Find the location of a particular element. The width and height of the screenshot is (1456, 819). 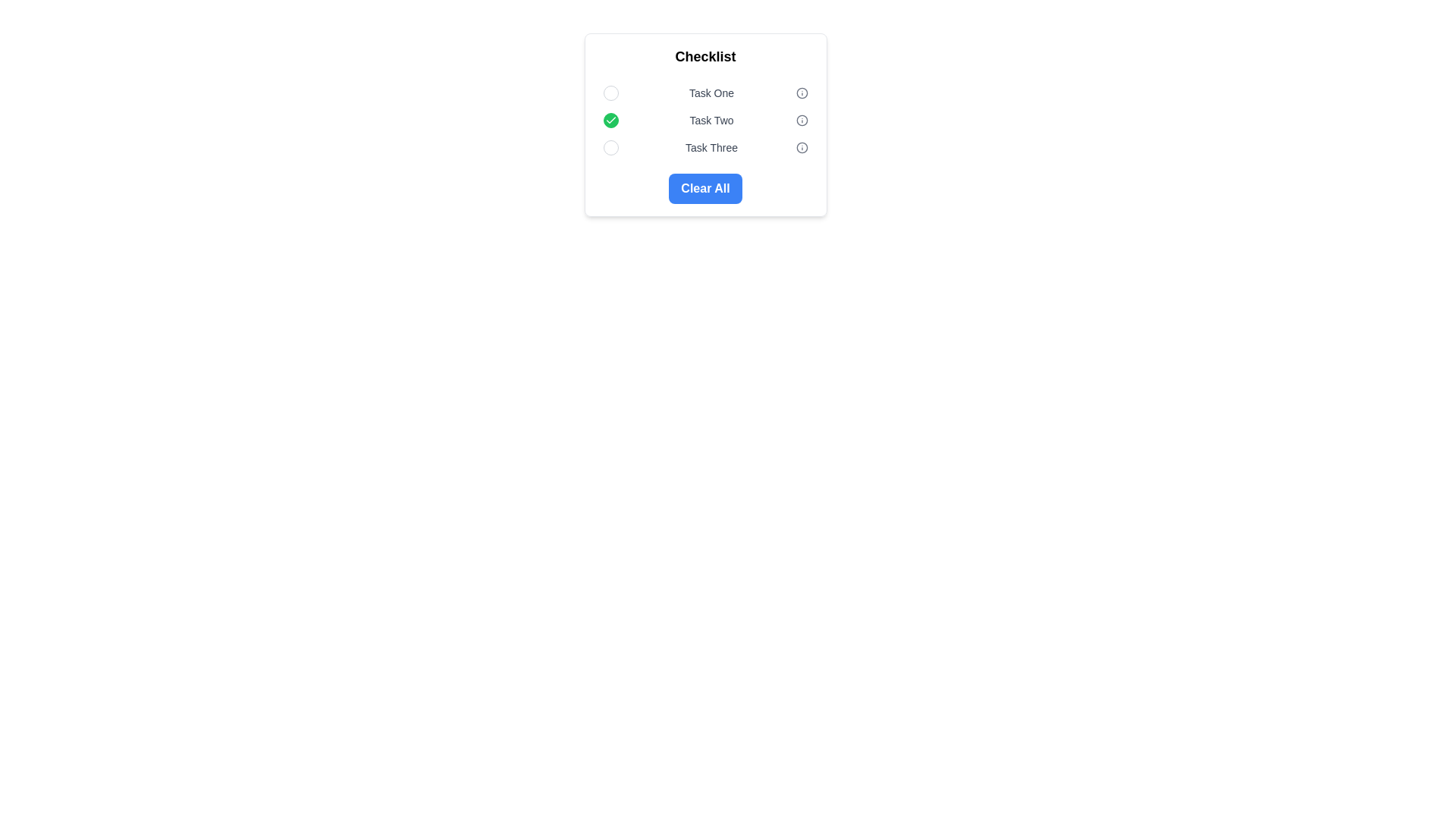

the Text label that describes the first item in the checklist, positioned between a selection checkbox and an additional information icon is located at coordinates (711, 93).